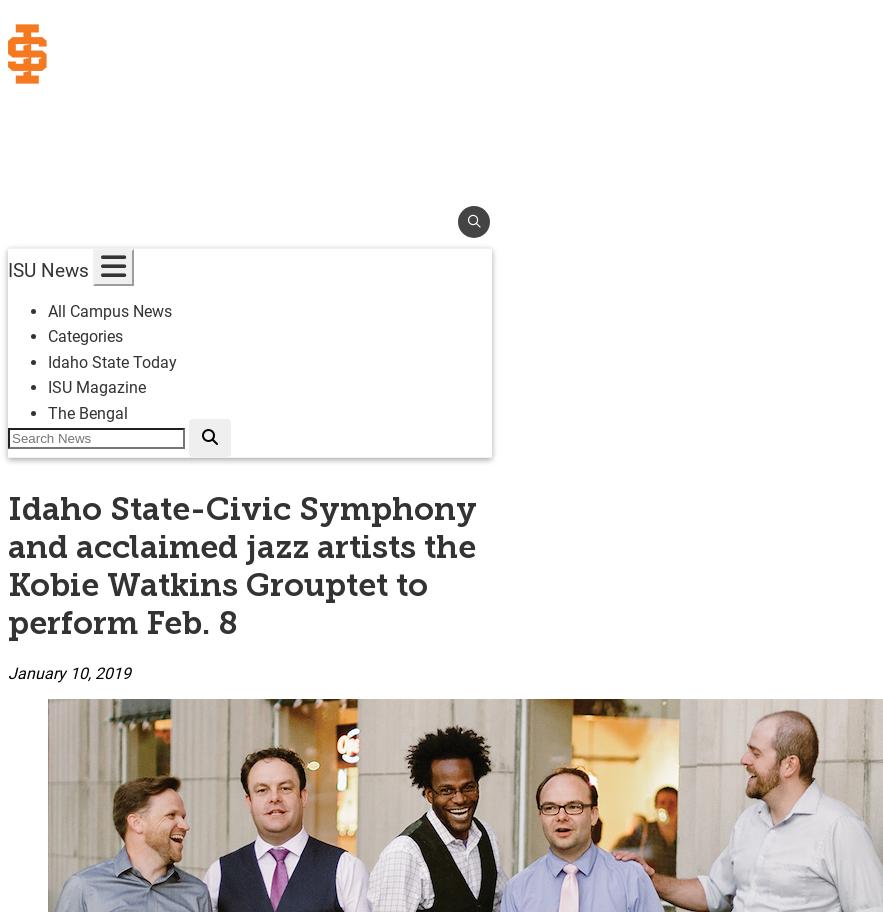  I want to click on 'Bookstore', so click(42, 617).